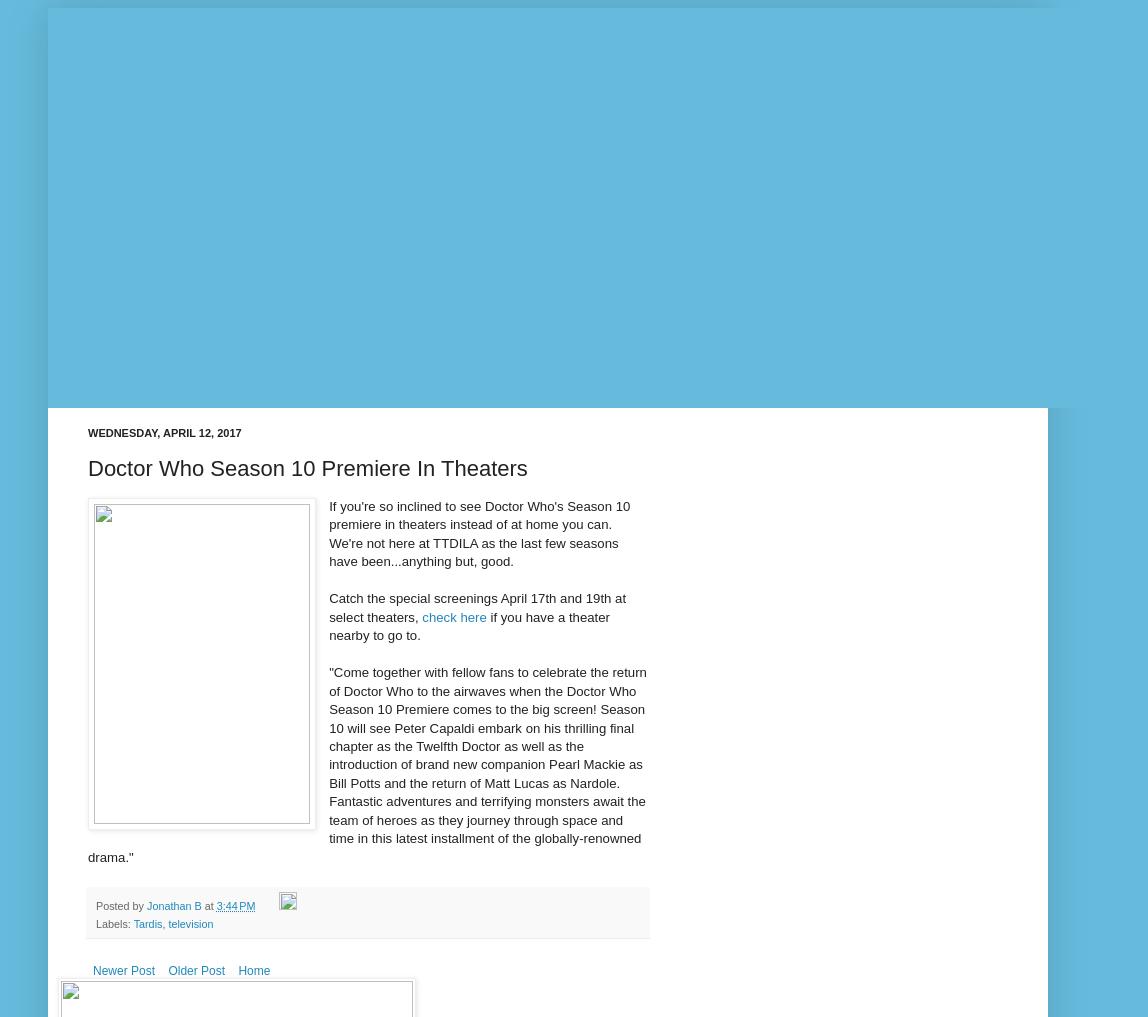  What do you see at coordinates (190, 922) in the screenshot?
I see `'television'` at bounding box center [190, 922].